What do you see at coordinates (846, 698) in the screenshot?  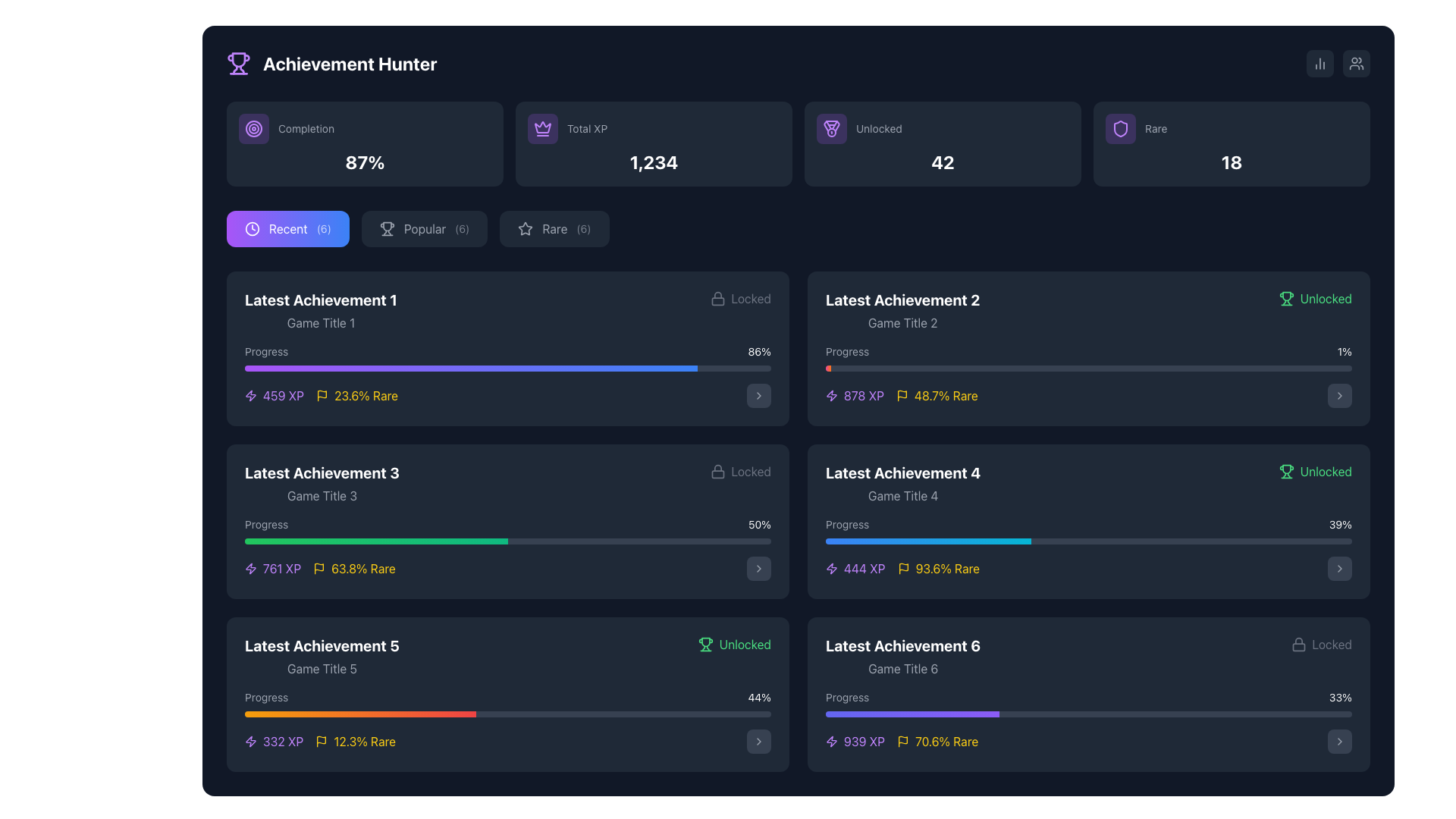 I see `the text label that provides contextual information for the progress bar in the 'Latest Achievement 6' section, located at the bottom-right of the interface` at bounding box center [846, 698].